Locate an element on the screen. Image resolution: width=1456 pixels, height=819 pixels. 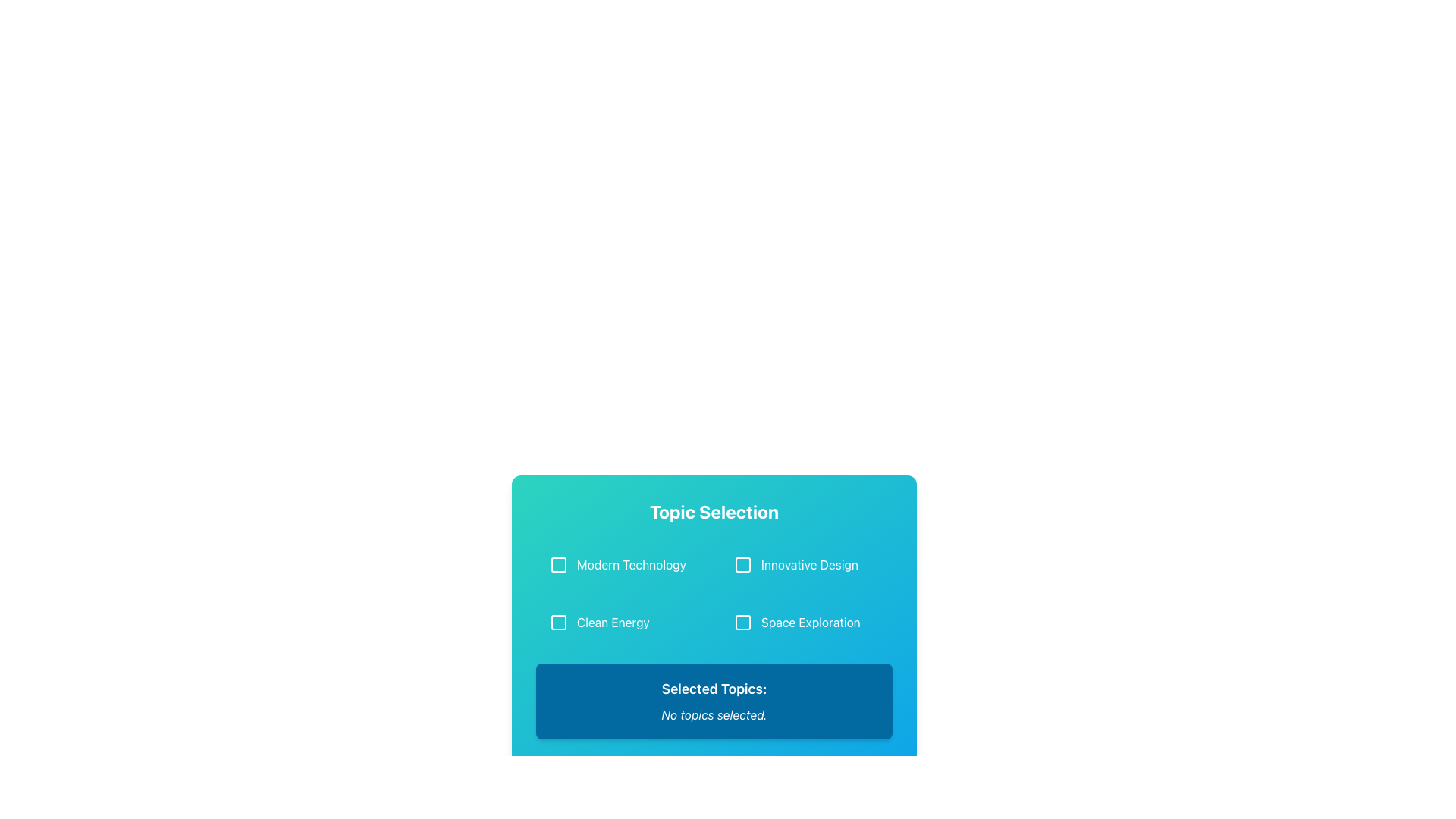
the second checkbox labeled 'Clean Energy' within the 'Topic Selection' section to deselect it is located at coordinates (558, 623).